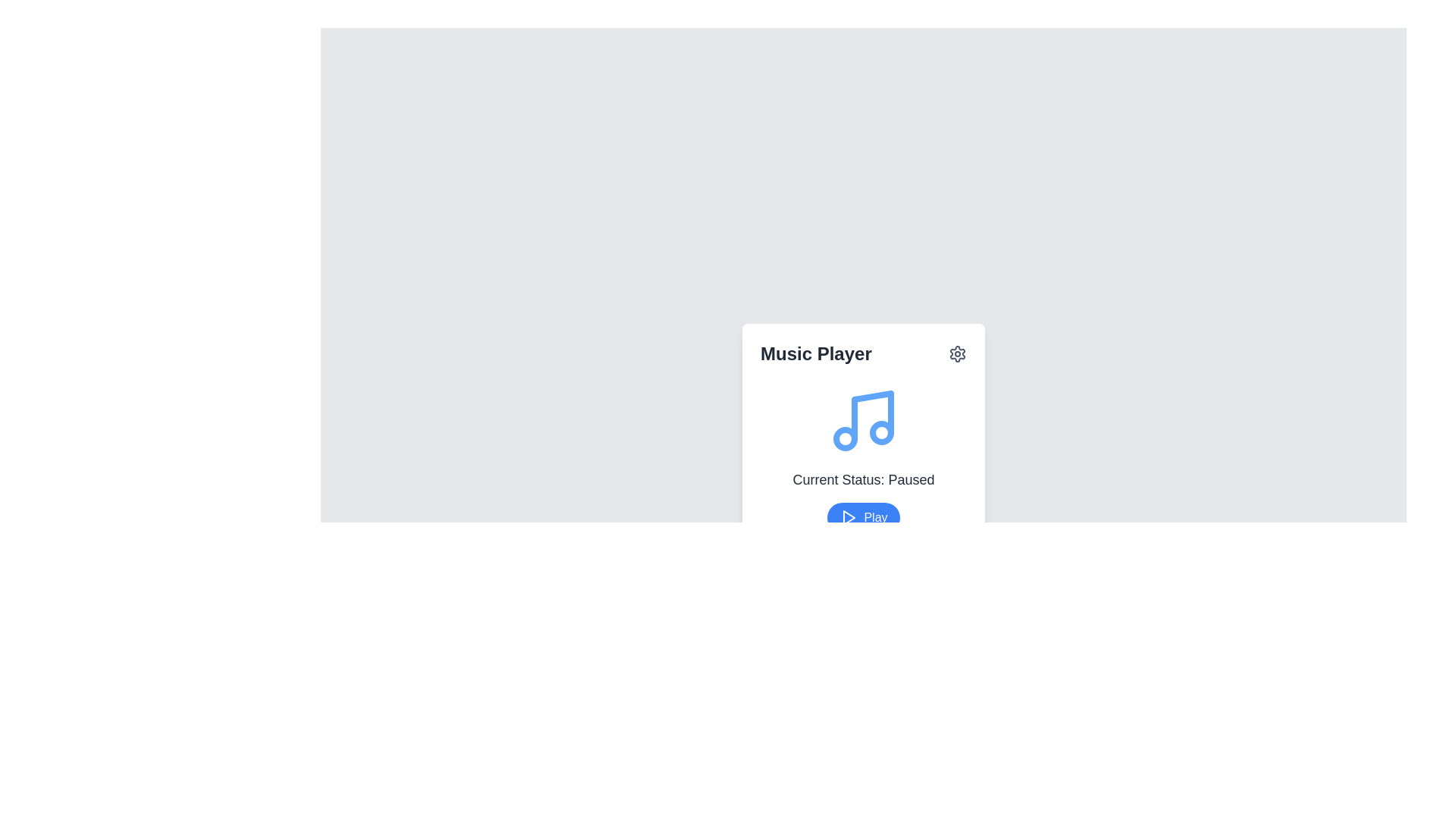 The height and width of the screenshot is (819, 1456). I want to click on the small, light blue circular dot located in the bottom-right area of the musical note icon within the SVG component, so click(881, 432).